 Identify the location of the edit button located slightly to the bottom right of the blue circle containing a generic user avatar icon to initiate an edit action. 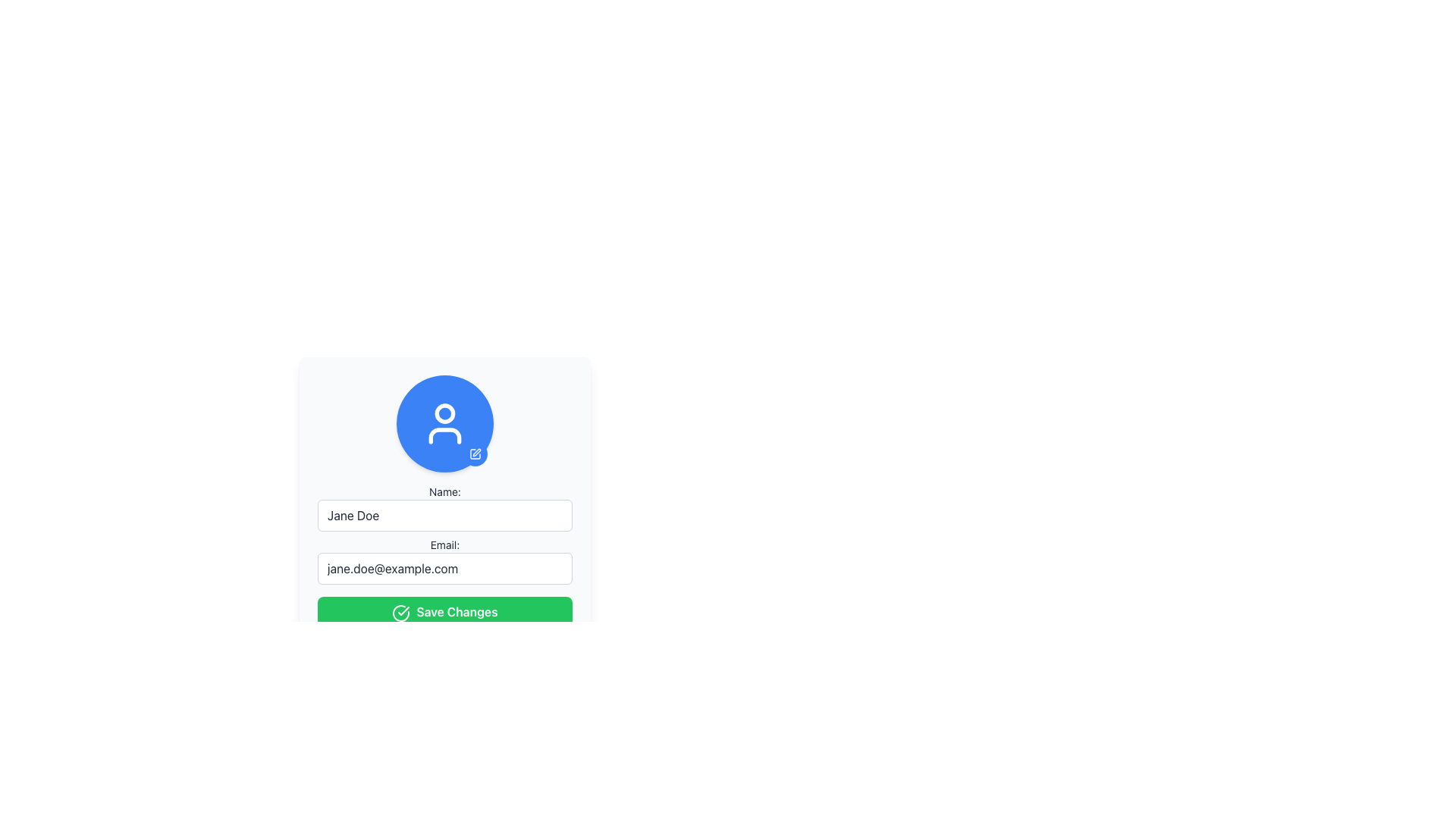
(475, 453).